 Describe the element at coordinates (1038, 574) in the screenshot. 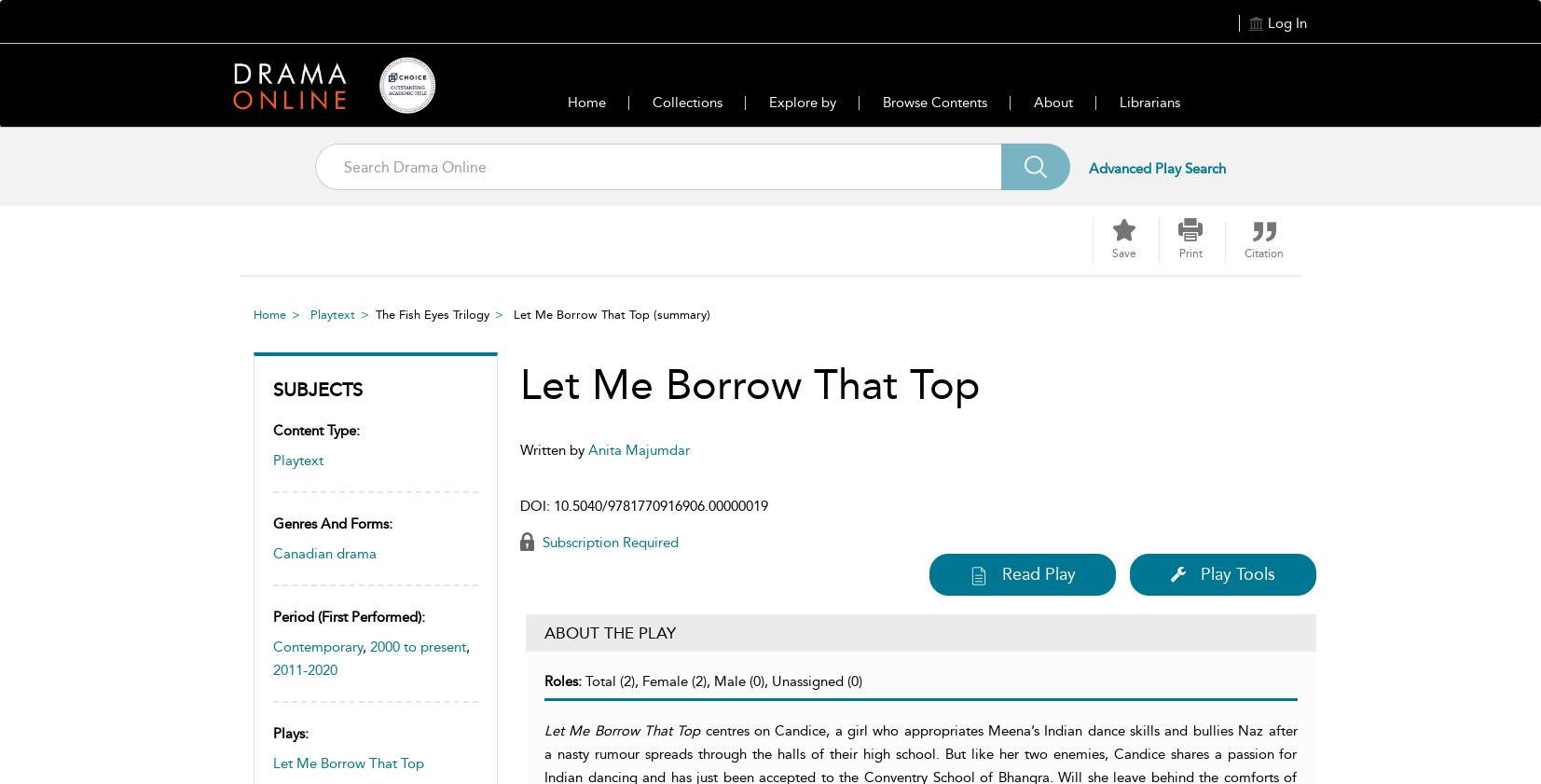

I see `'Read Play'` at that location.